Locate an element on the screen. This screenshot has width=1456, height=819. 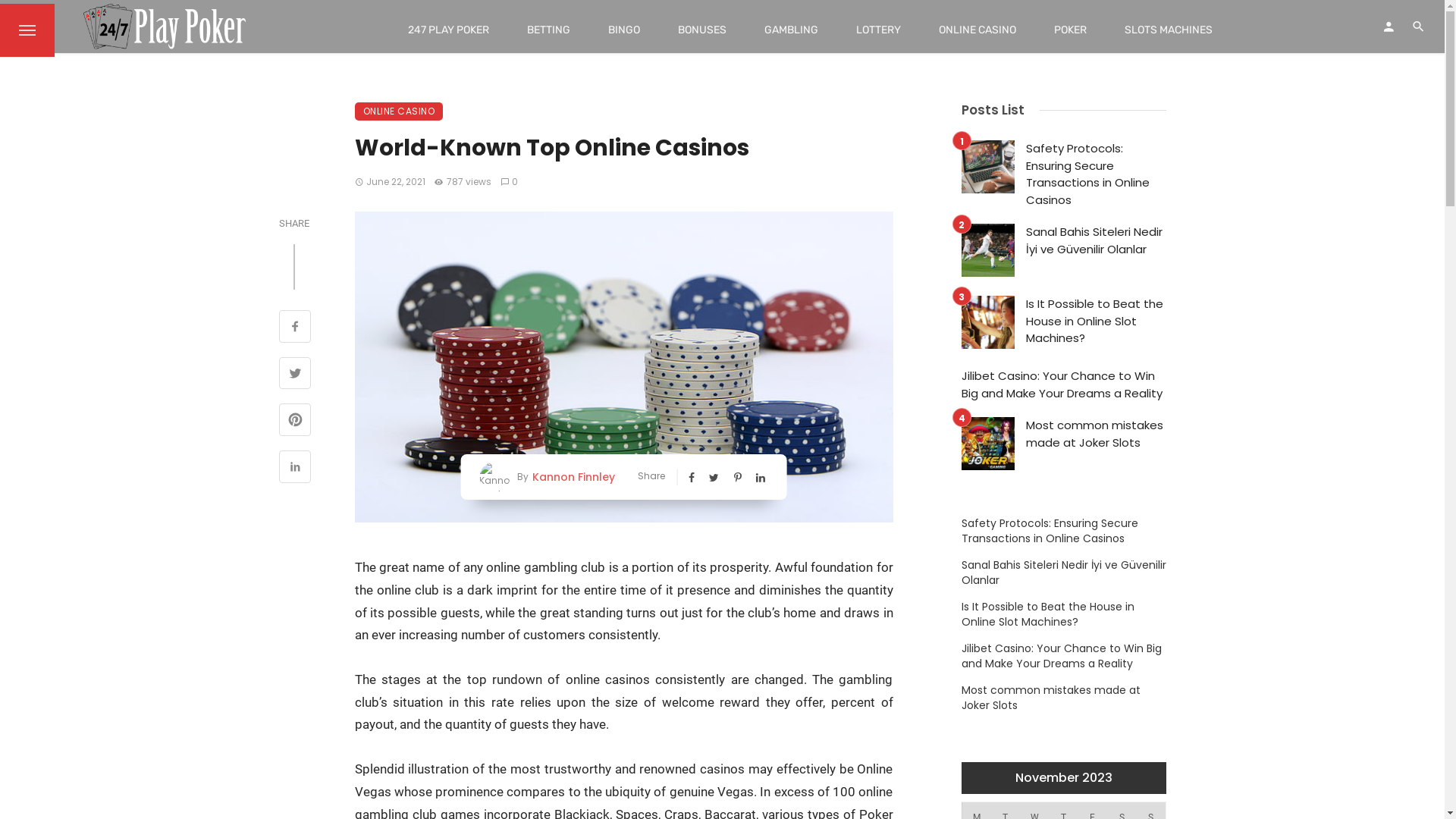
'BINGO' is located at coordinates (588, 30).